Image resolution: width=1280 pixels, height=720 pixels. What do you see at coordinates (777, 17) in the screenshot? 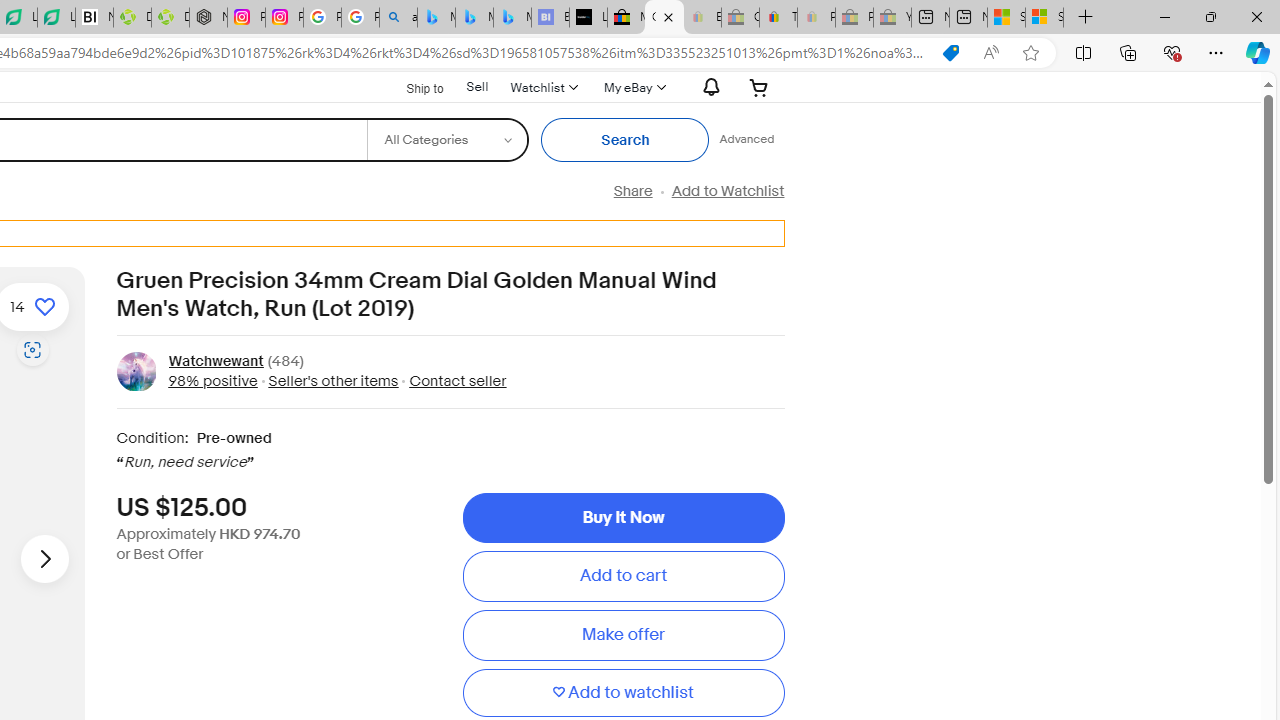
I see `'Threats and offensive language policy | eBay'` at bounding box center [777, 17].